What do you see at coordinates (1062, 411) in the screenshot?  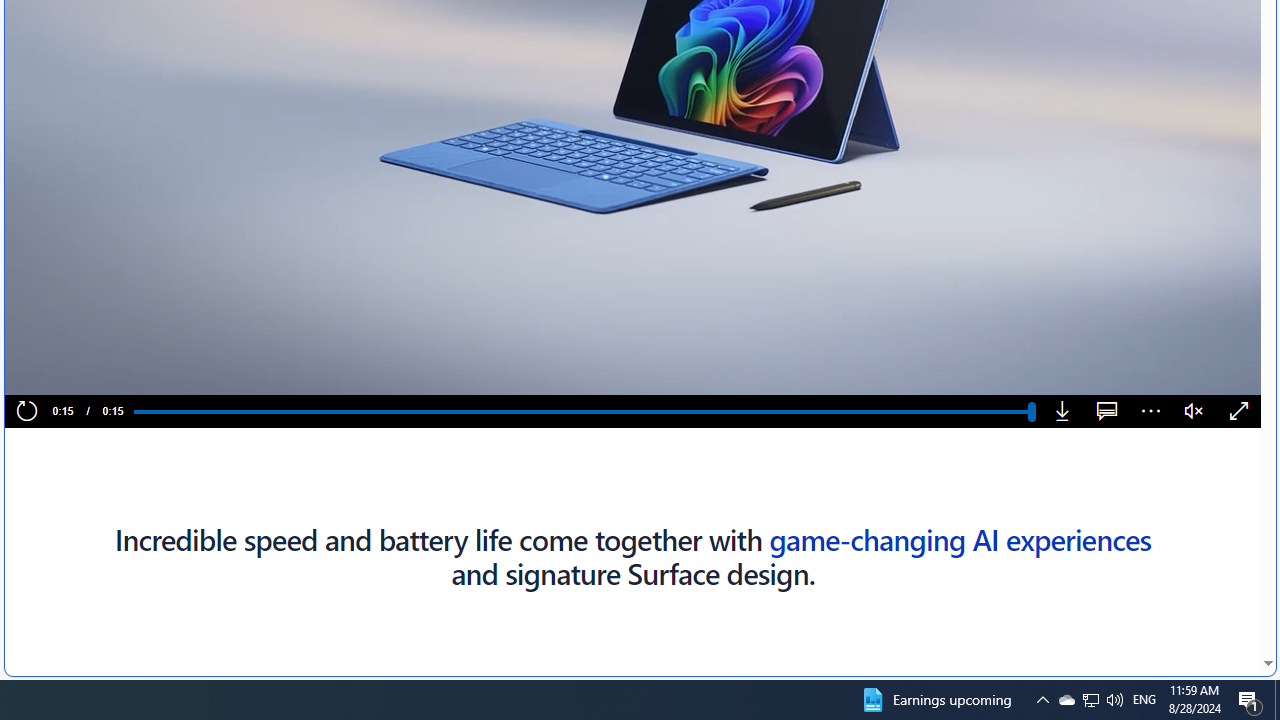 I see `'Download'` at bounding box center [1062, 411].